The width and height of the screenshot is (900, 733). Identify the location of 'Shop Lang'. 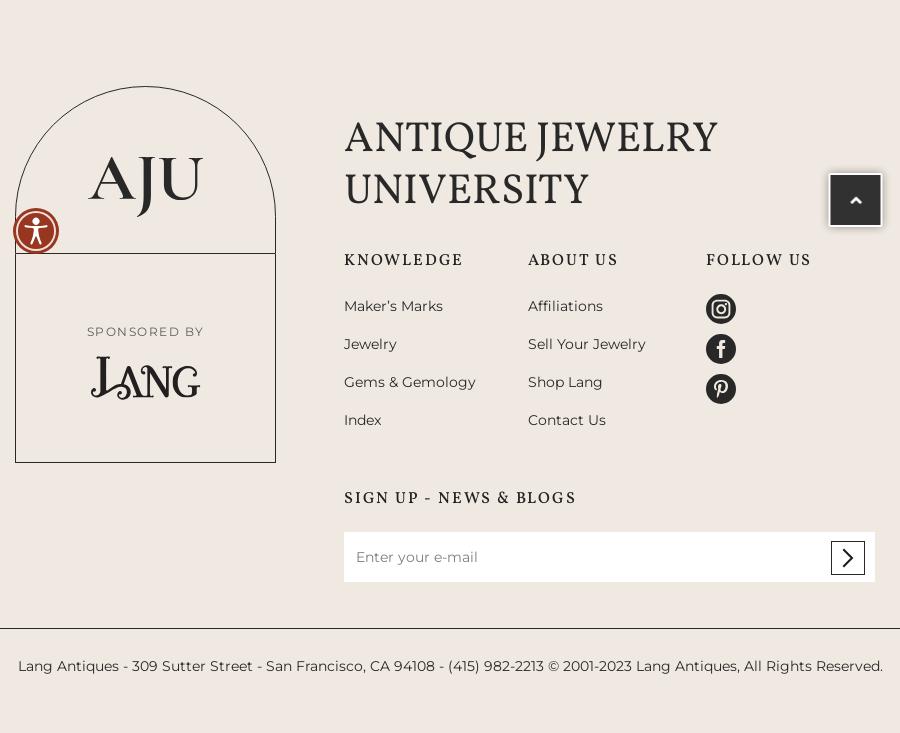
(526, 381).